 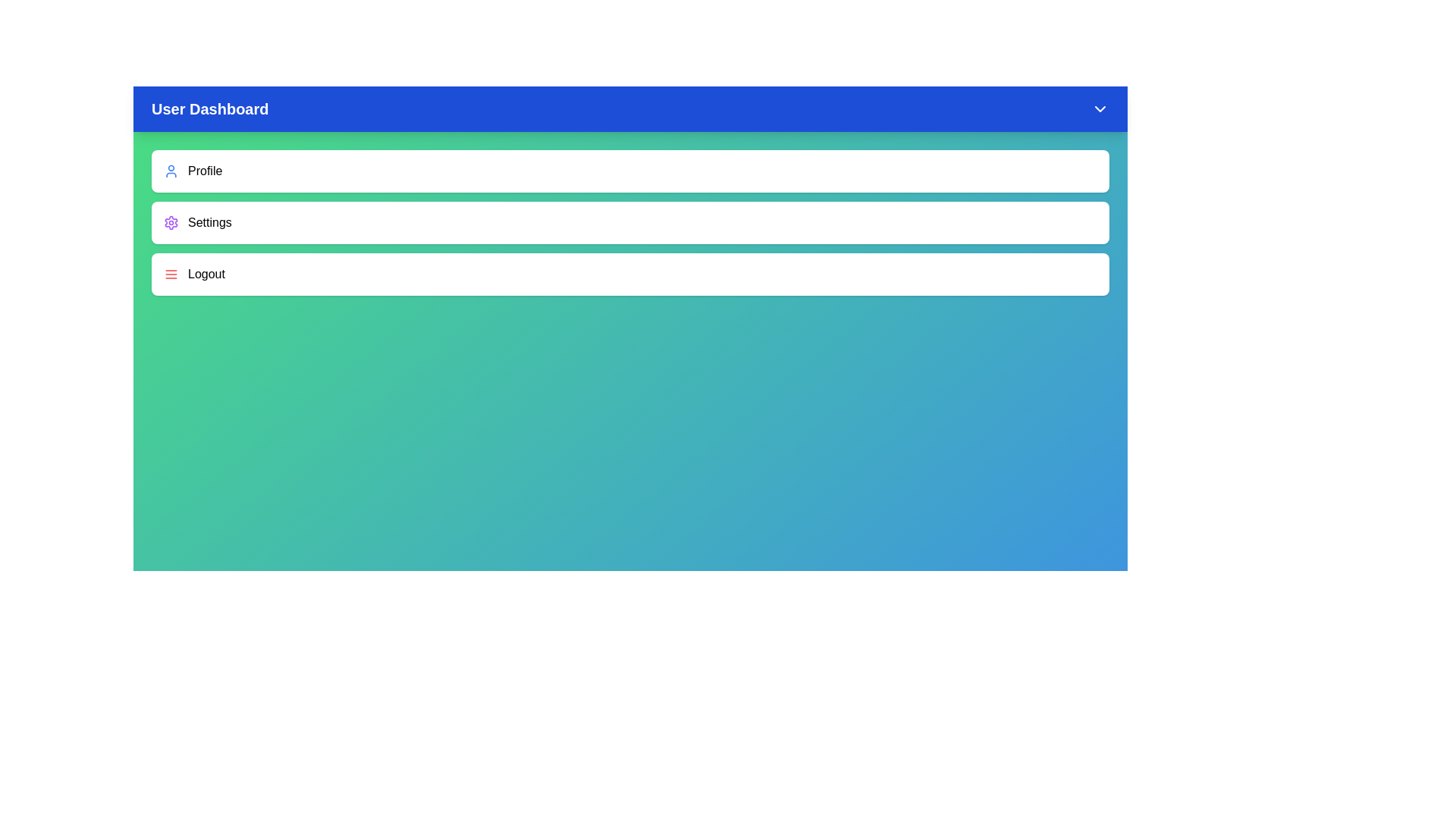 What do you see at coordinates (630, 275) in the screenshot?
I see `the 'Logout' menu item` at bounding box center [630, 275].